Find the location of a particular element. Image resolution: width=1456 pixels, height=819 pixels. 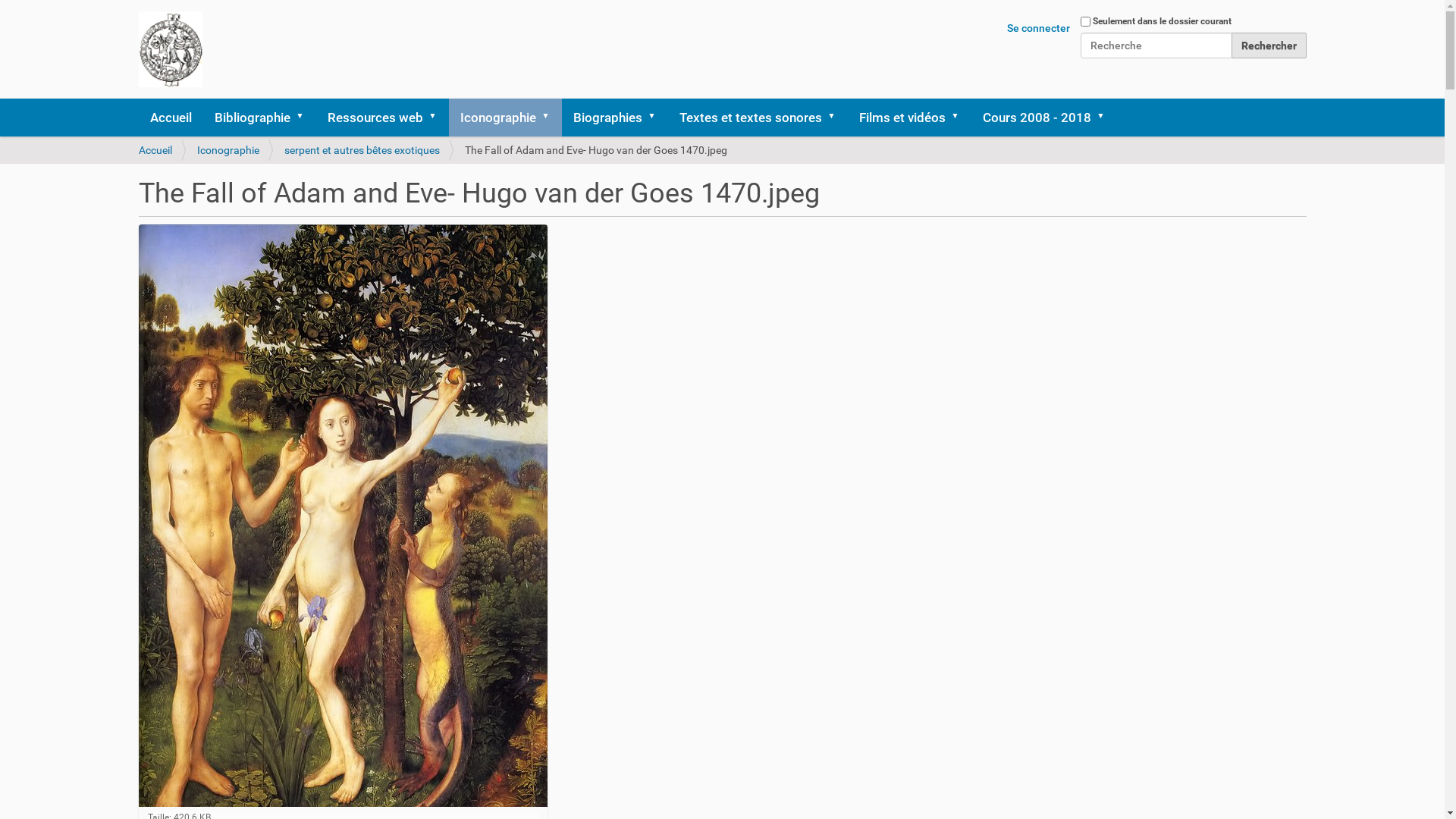

'Accueil' is located at coordinates (170, 116).